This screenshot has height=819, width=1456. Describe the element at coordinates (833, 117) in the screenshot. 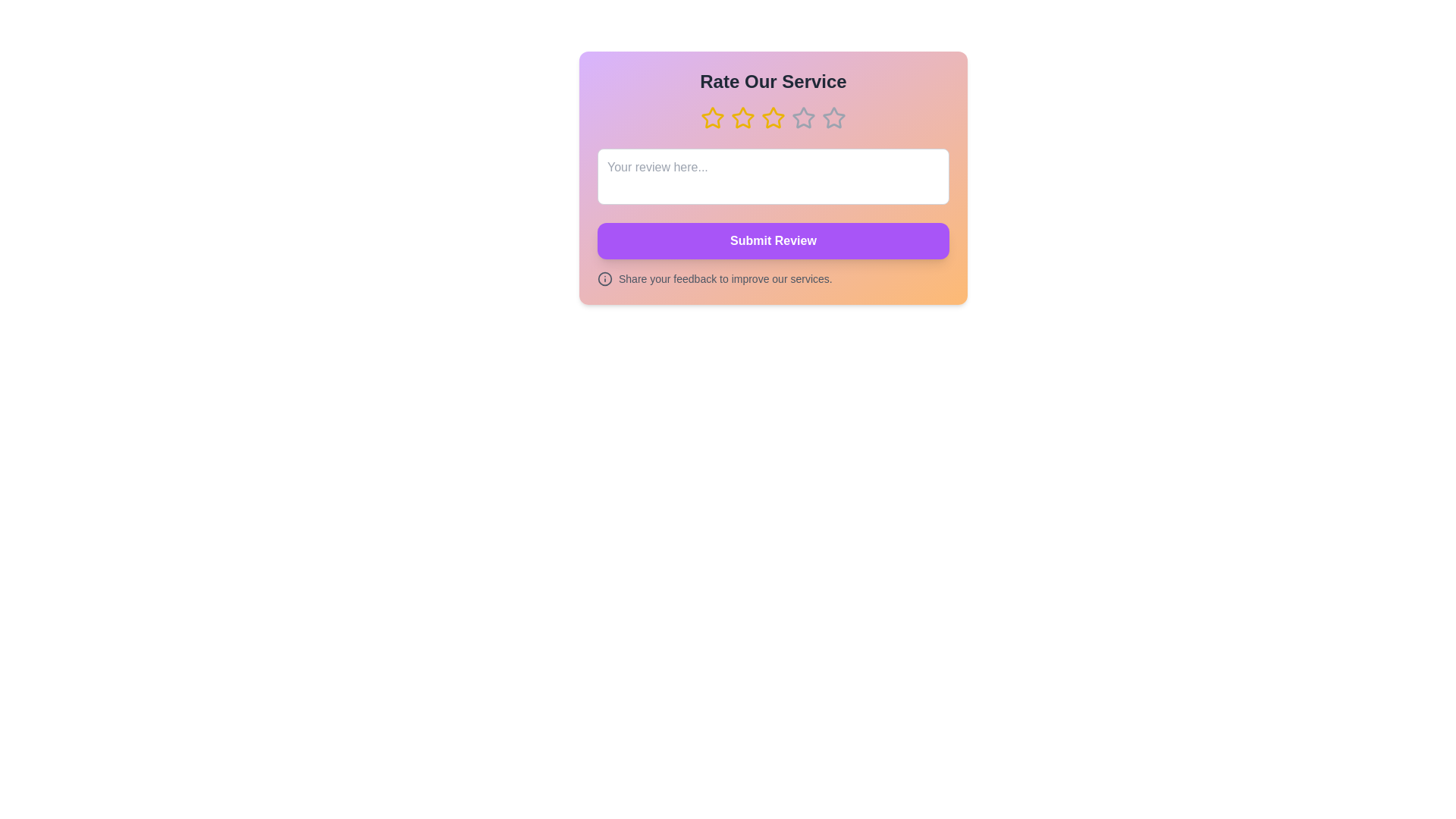

I see `the fifth gray star icon in the rating system` at that location.